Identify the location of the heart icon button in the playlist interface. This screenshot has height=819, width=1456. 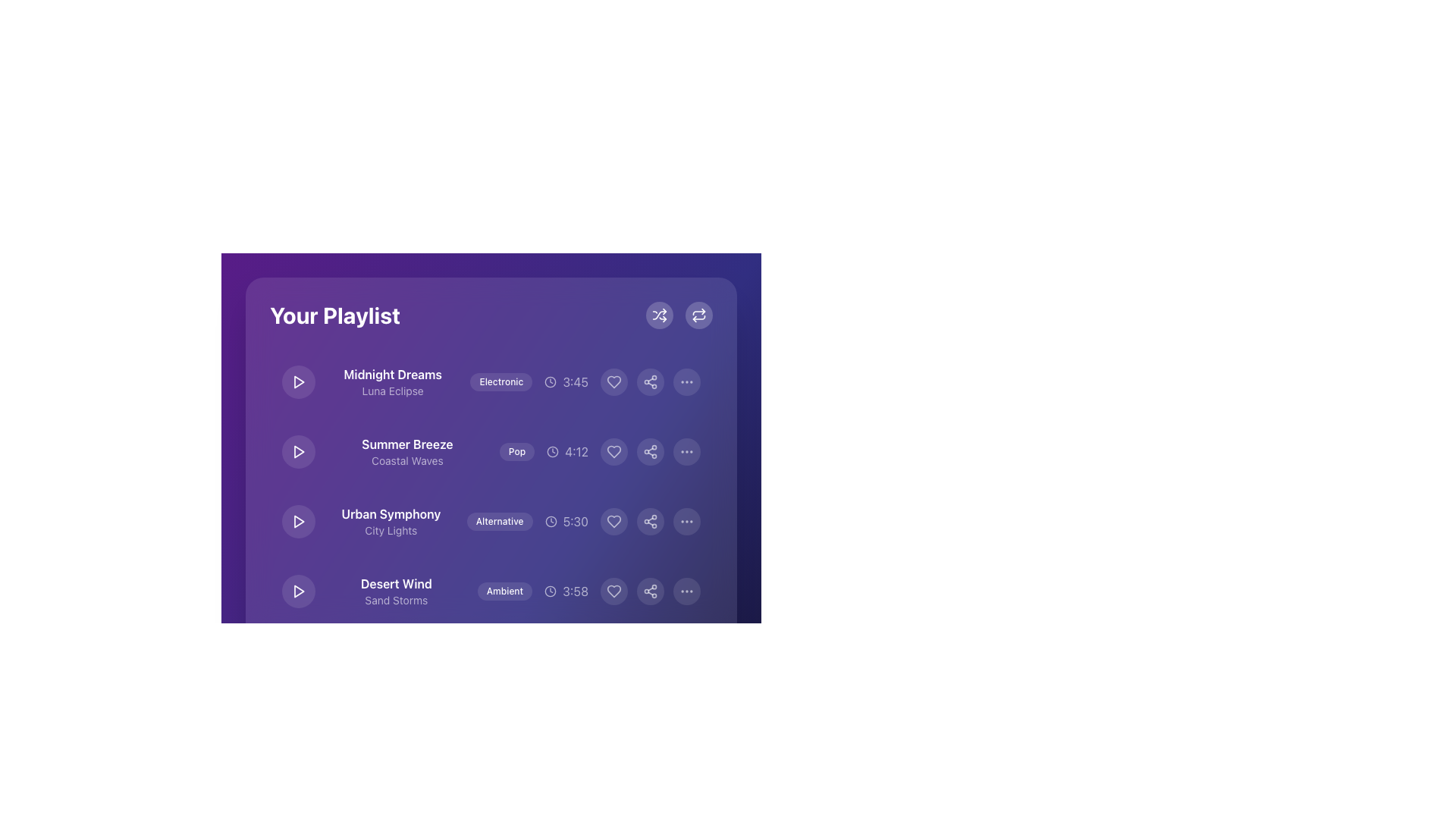
(614, 381).